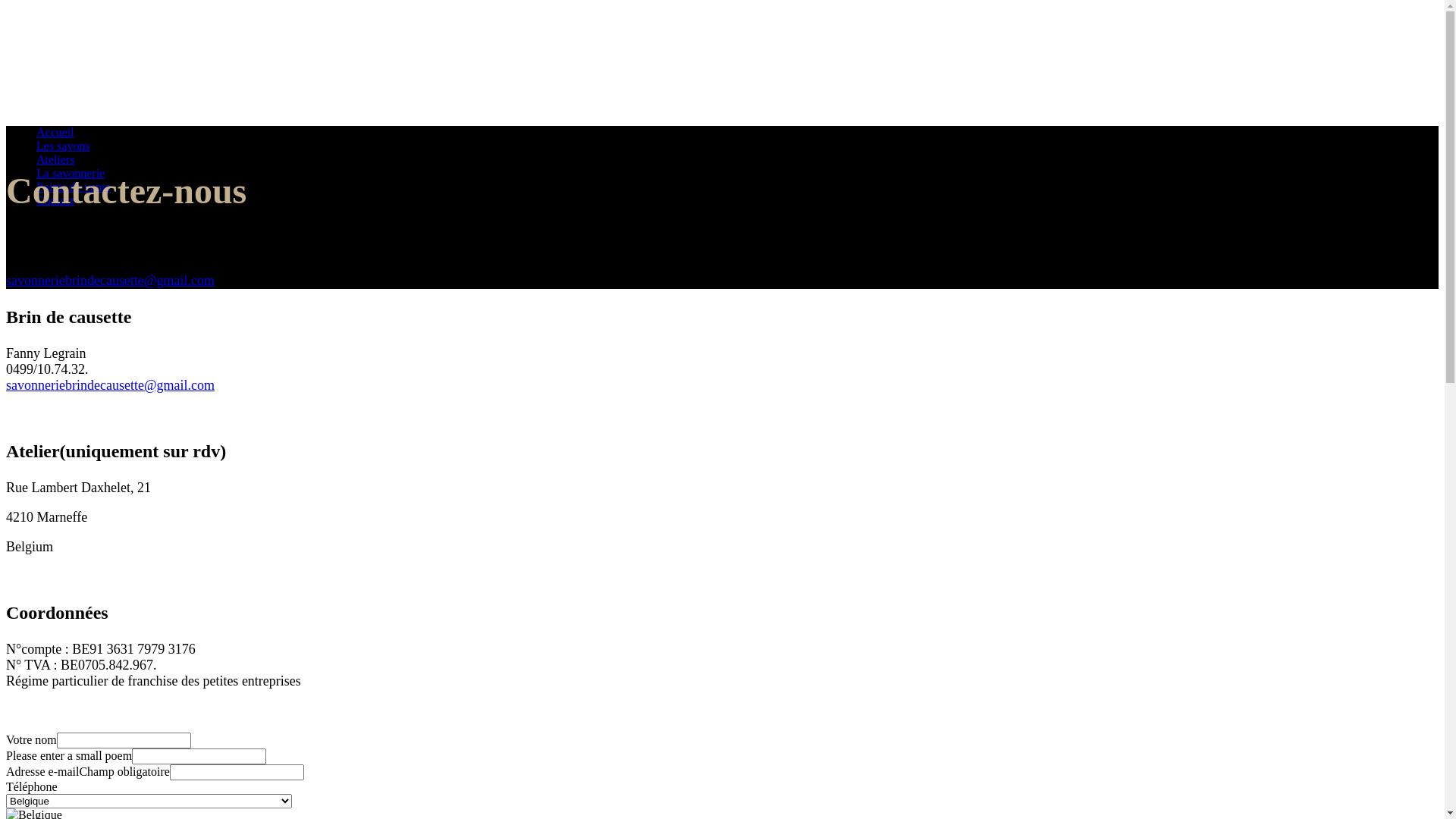 This screenshot has height=819, width=1456. What do you see at coordinates (6, 384) in the screenshot?
I see `'savonneriebrindecausette@gmail.com'` at bounding box center [6, 384].